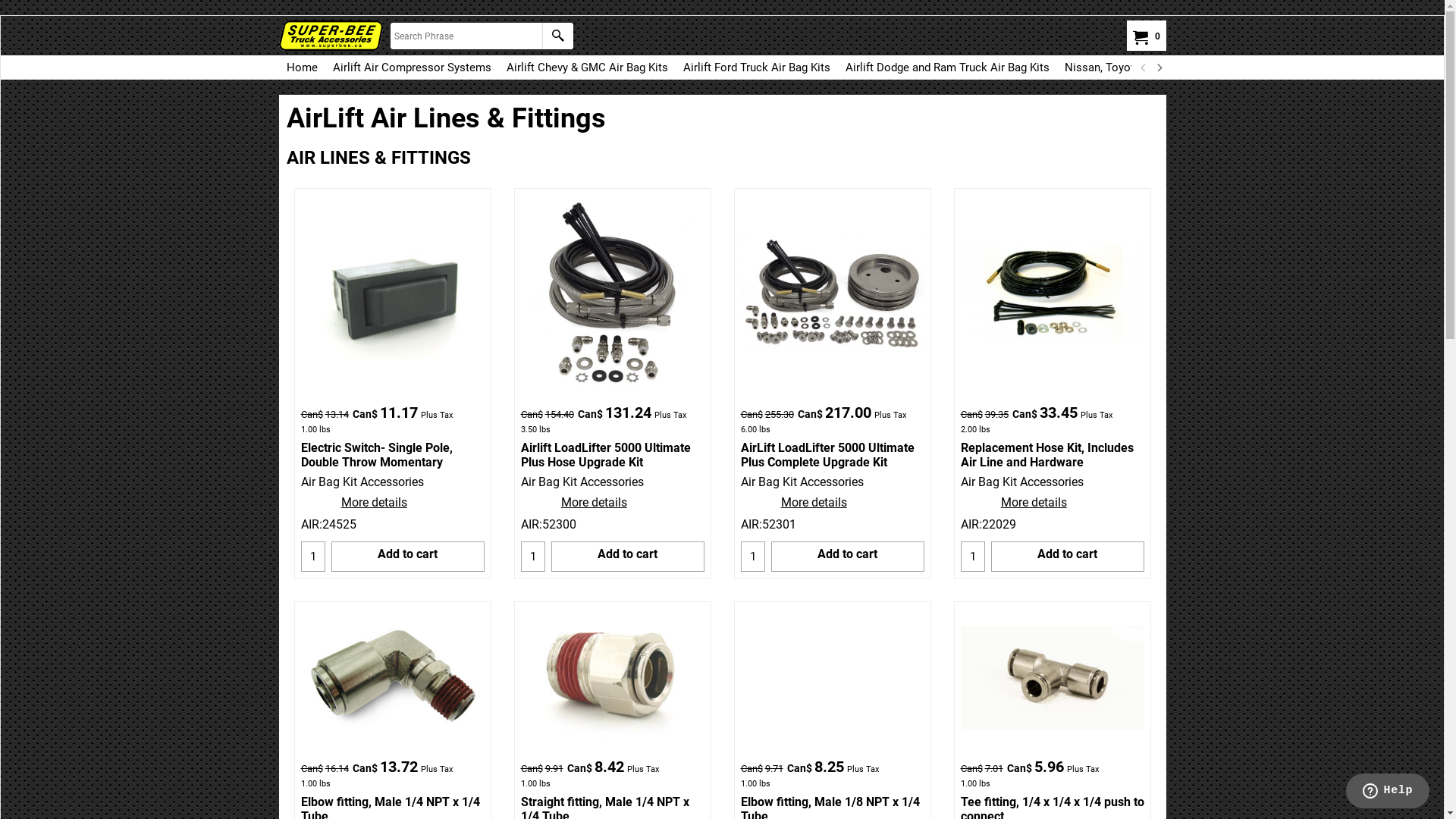 This screenshot has height=819, width=1456. What do you see at coordinates (756, 66) in the screenshot?
I see `'Airlift Ford Truck Air Bag Kits'` at bounding box center [756, 66].